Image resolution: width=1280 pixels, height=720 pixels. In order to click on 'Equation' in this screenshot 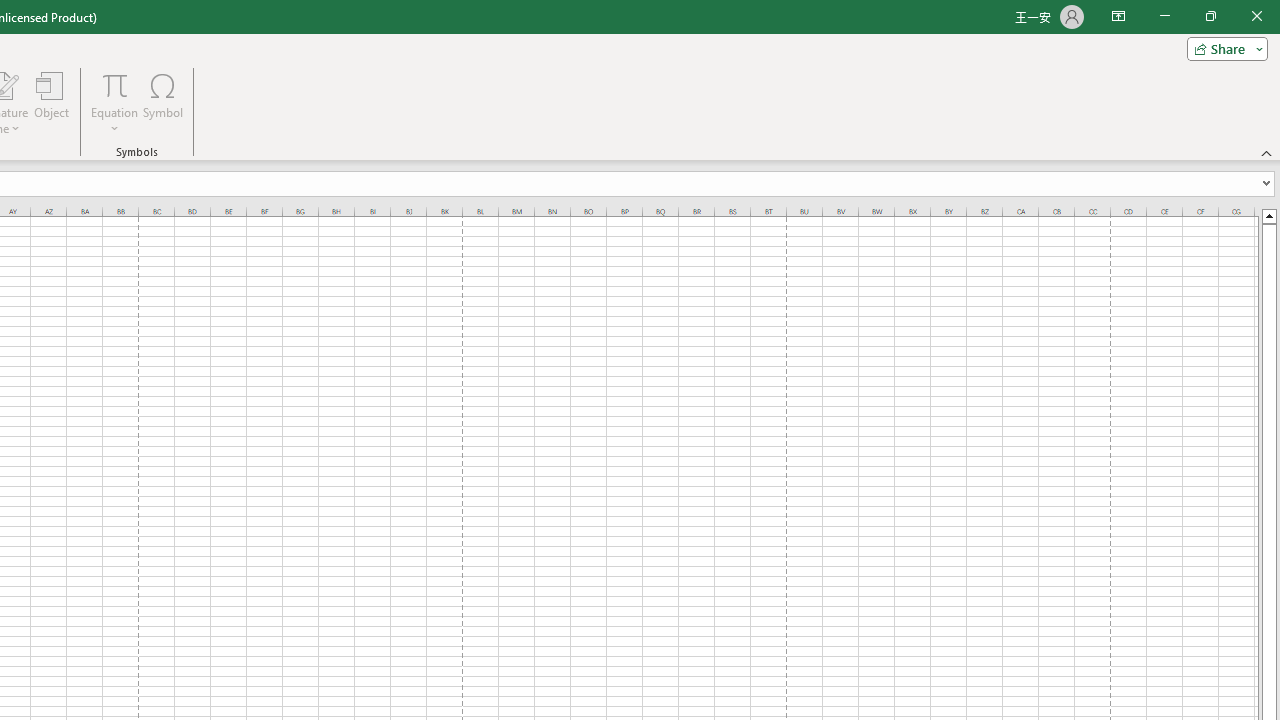, I will do `click(114, 103)`.